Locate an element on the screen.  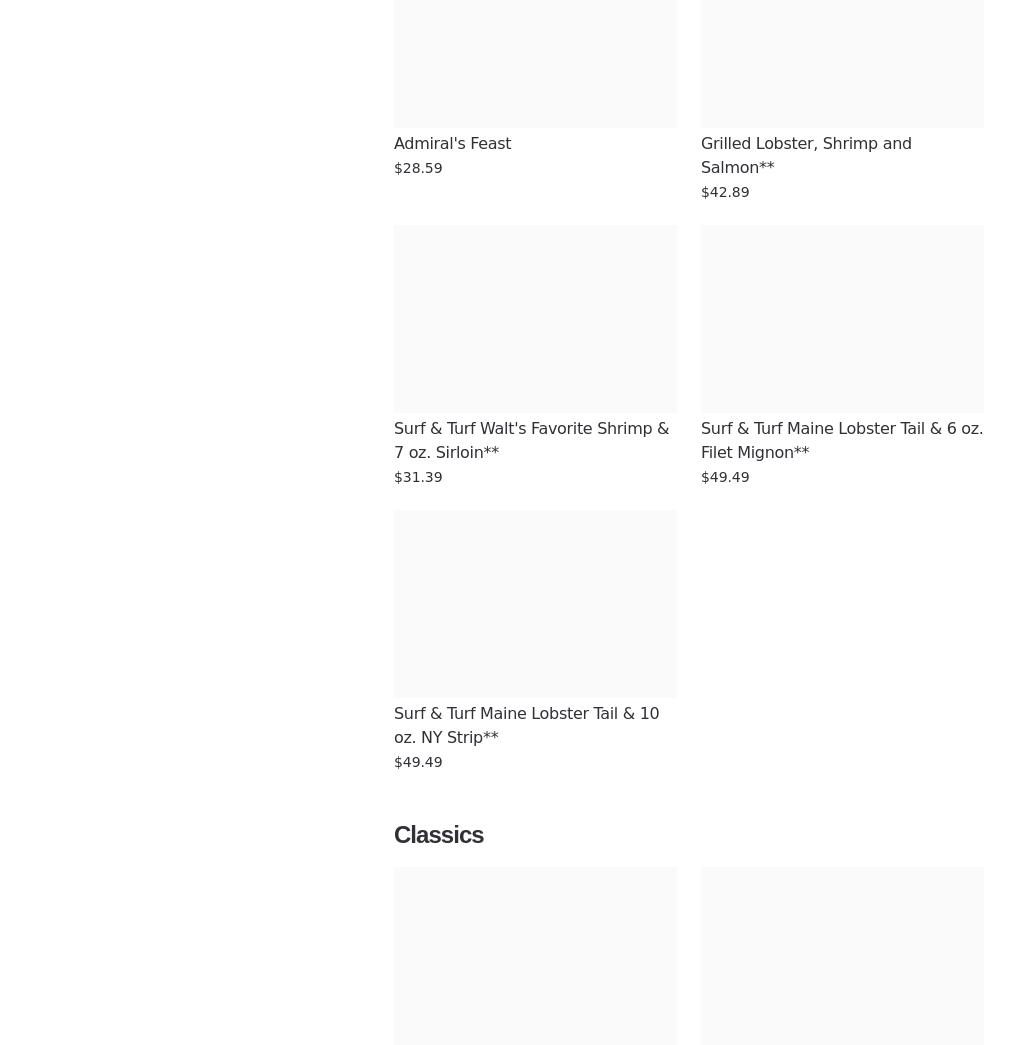
'Grilled Lobster, Shrimp and Salmon**' is located at coordinates (808, 154).